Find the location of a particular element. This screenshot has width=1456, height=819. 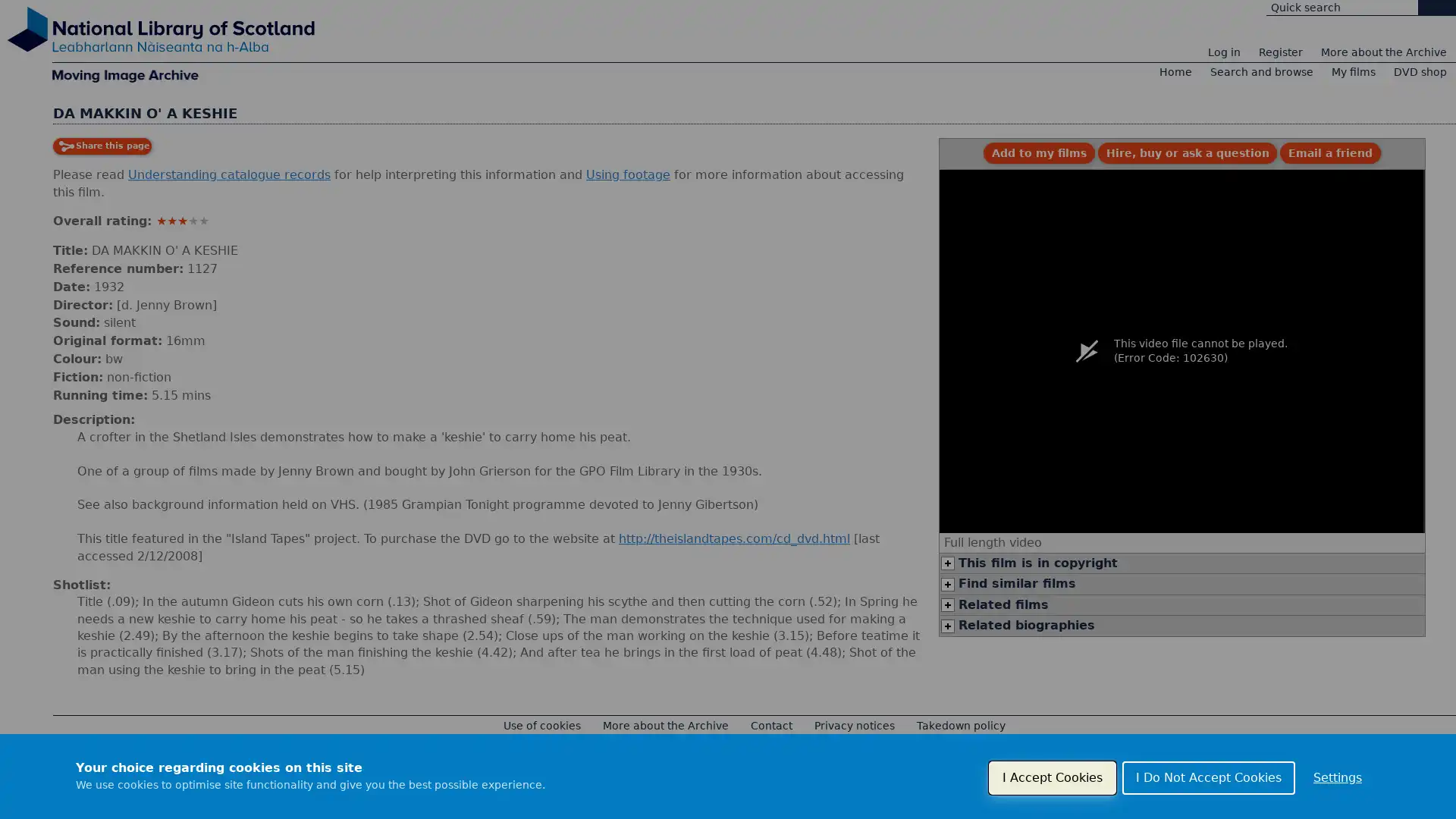

I Accept Cookies is located at coordinates (1051, 778).